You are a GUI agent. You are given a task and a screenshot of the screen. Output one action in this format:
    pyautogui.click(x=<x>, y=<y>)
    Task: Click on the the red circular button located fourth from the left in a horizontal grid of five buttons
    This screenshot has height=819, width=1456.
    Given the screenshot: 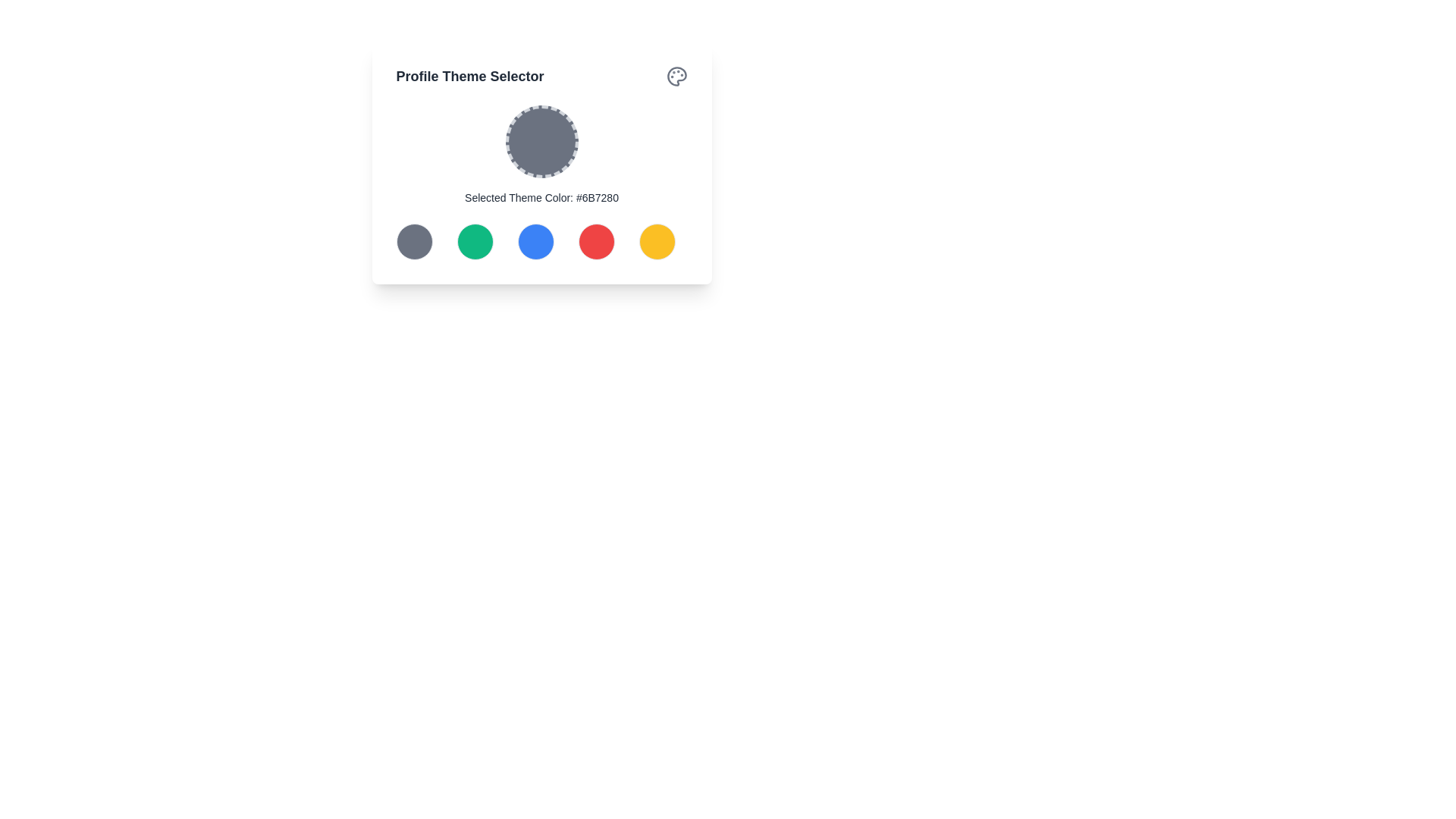 What is the action you would take?
    pyautogui.click(x=595, y=241)
    